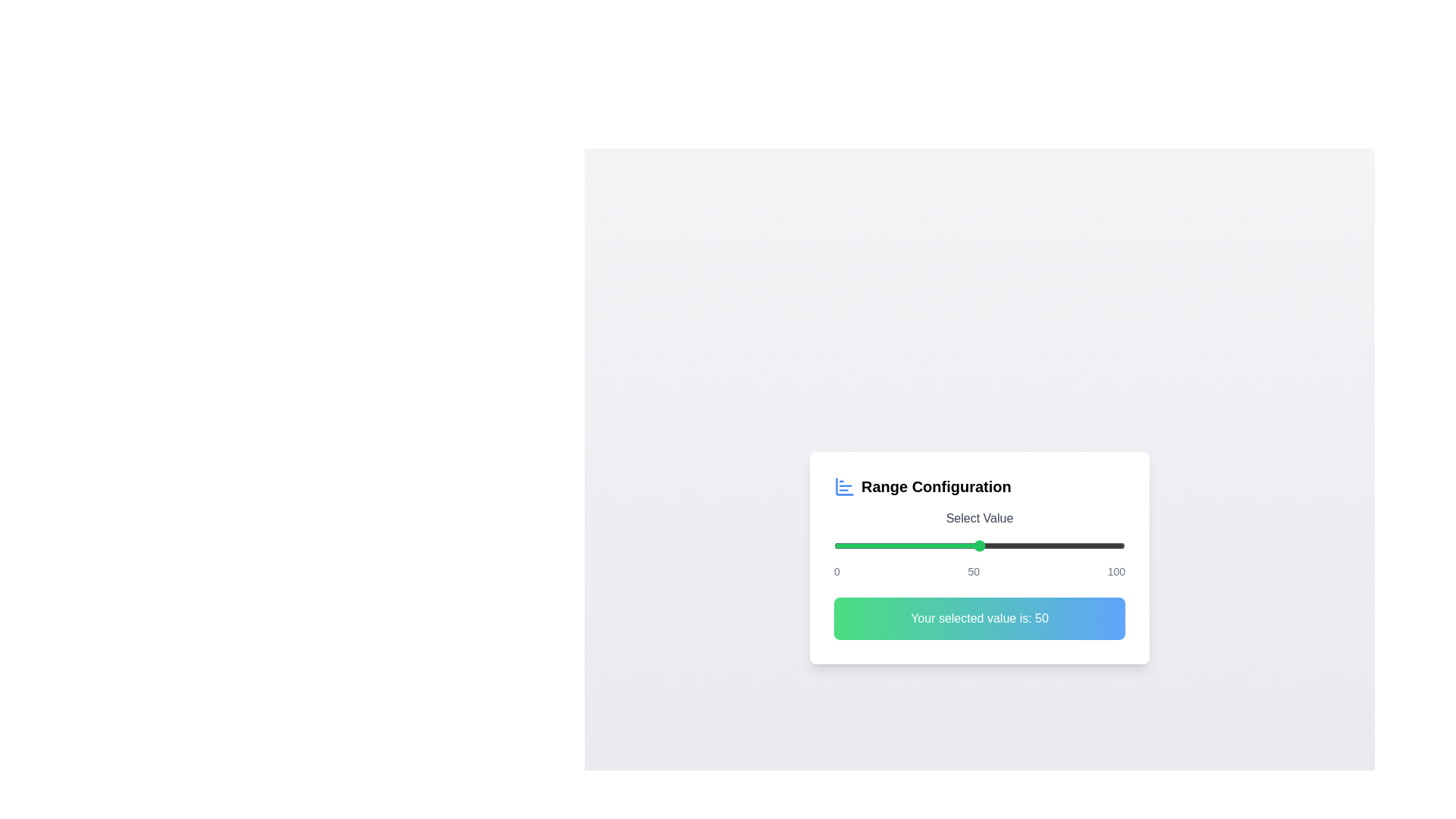  Describe the element at coordinates (852, 546) in the screenshot. I see `the slider to set the value to 6` at that location.